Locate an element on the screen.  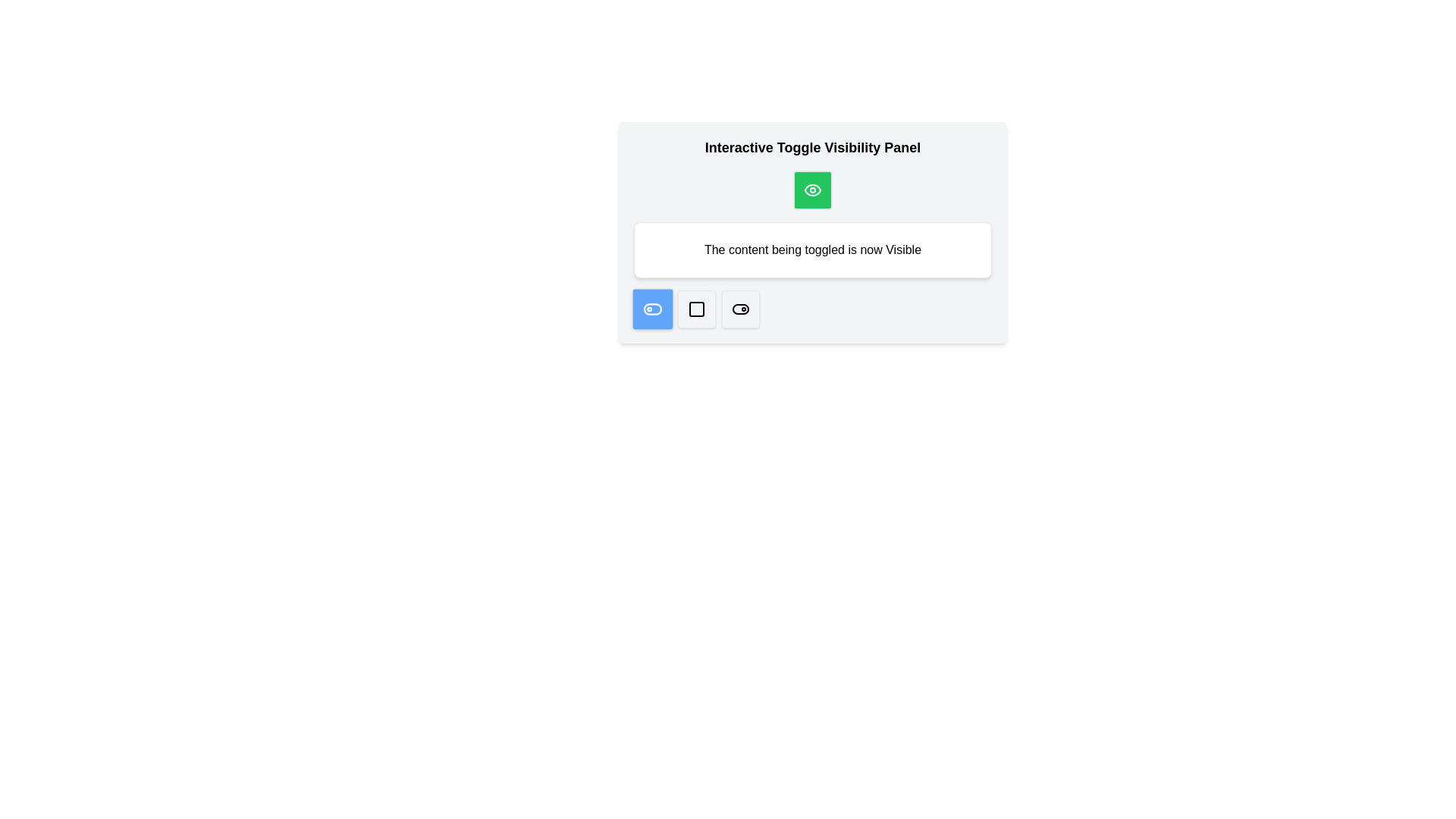
the central button in the control panel to interact with it and modify visibility or toggle content display states is located at coordinates (695, 309).